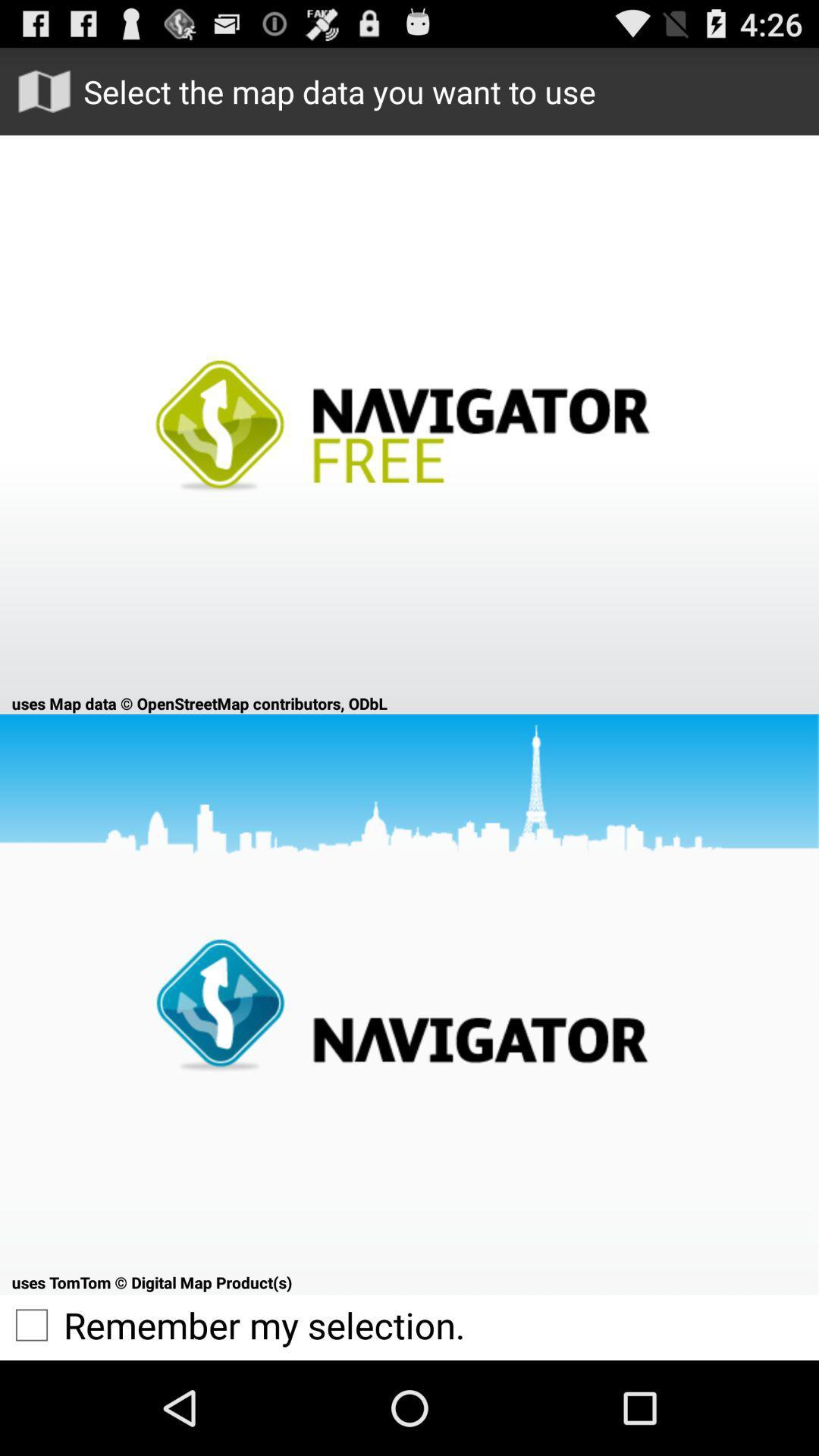 This screenshot has height=1456, width=819. I want to click on map data navigator at bottom, so click(409, 1004).